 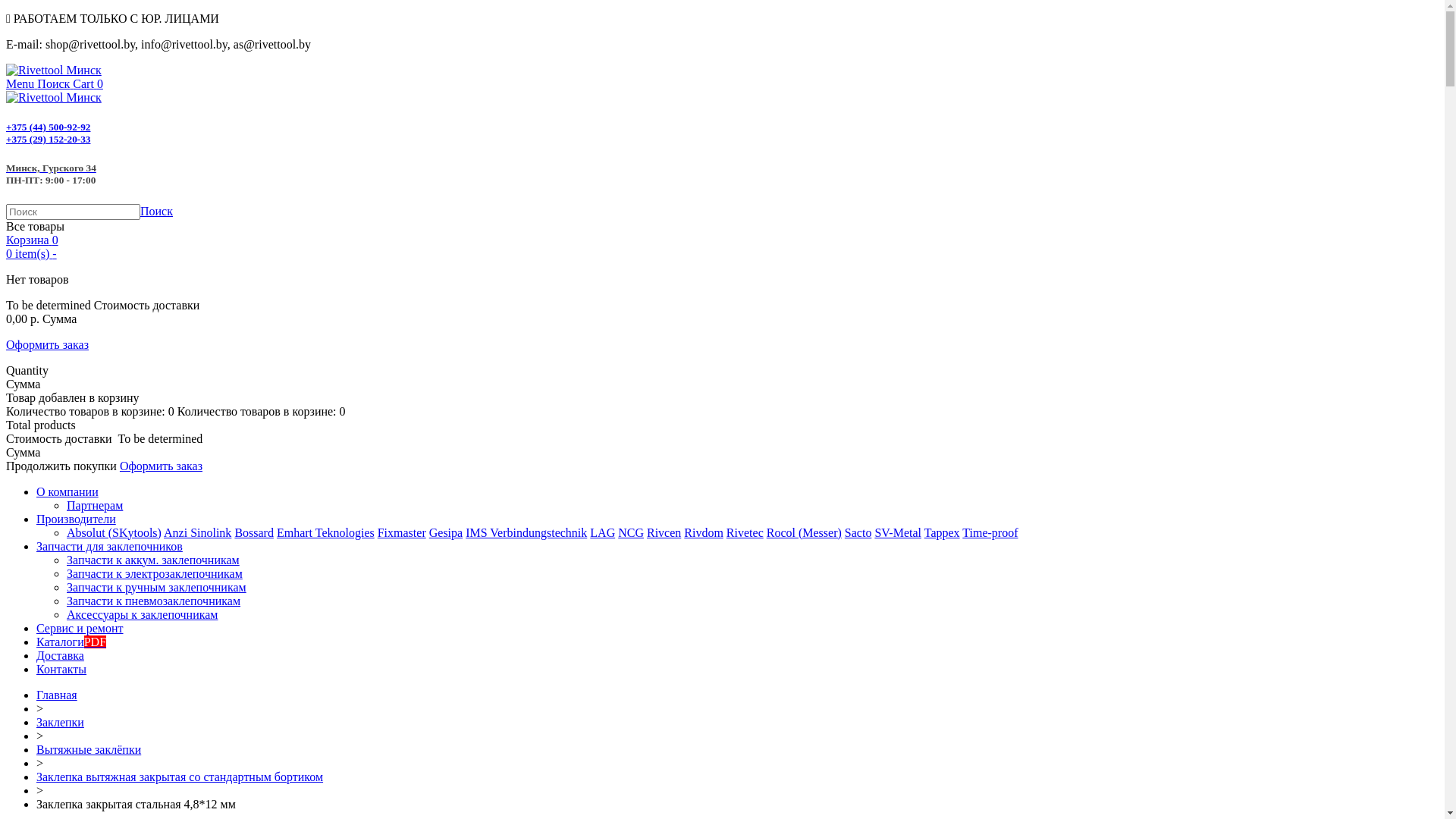 I want to click on 'Rivdom', so click(x=702, y=532).